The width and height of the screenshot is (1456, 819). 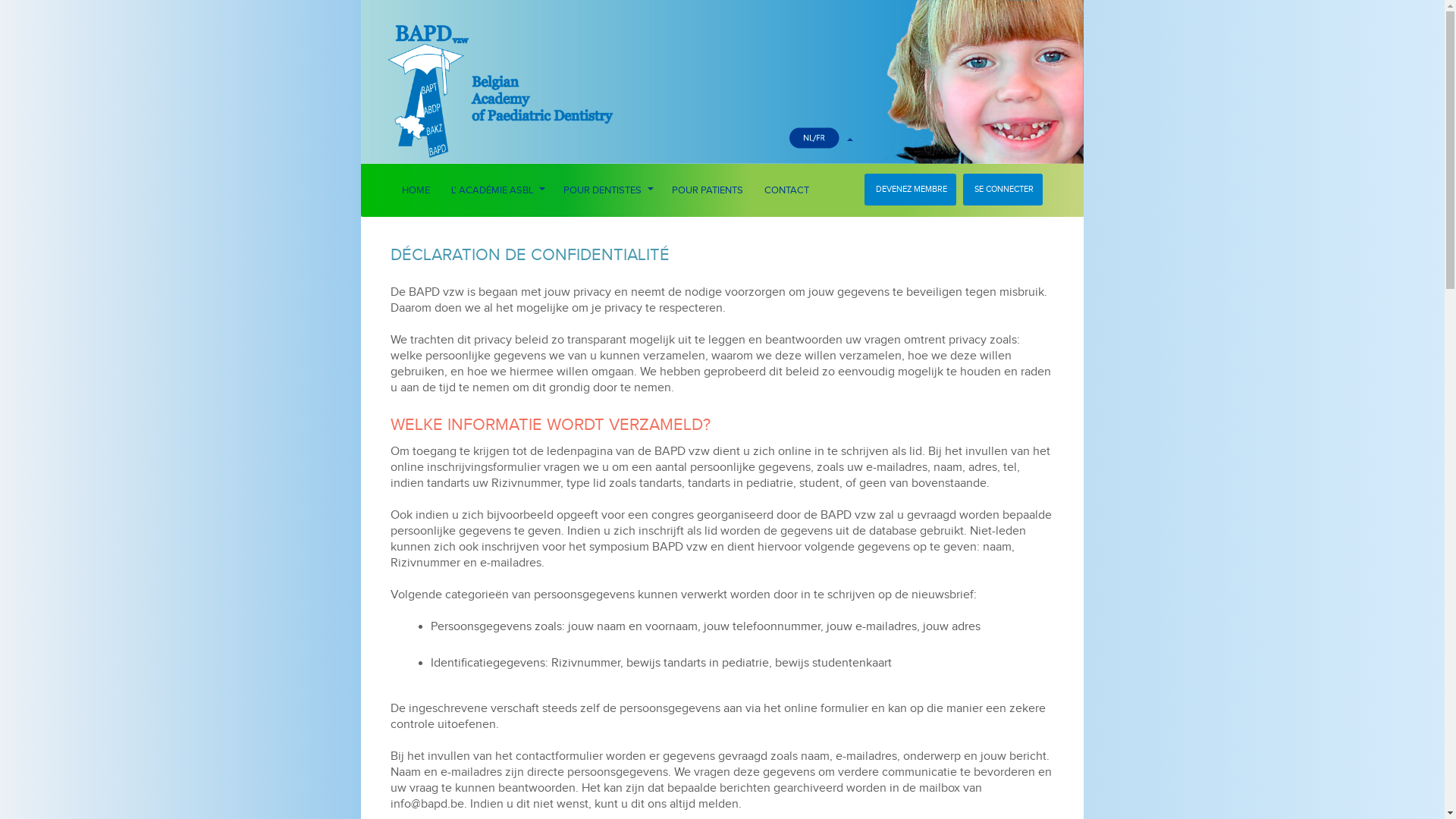 What do you see at coordinates (607, 189) in the screenshot?
I see `'POUR DENTISTES'` at bounding box center [607, 189].